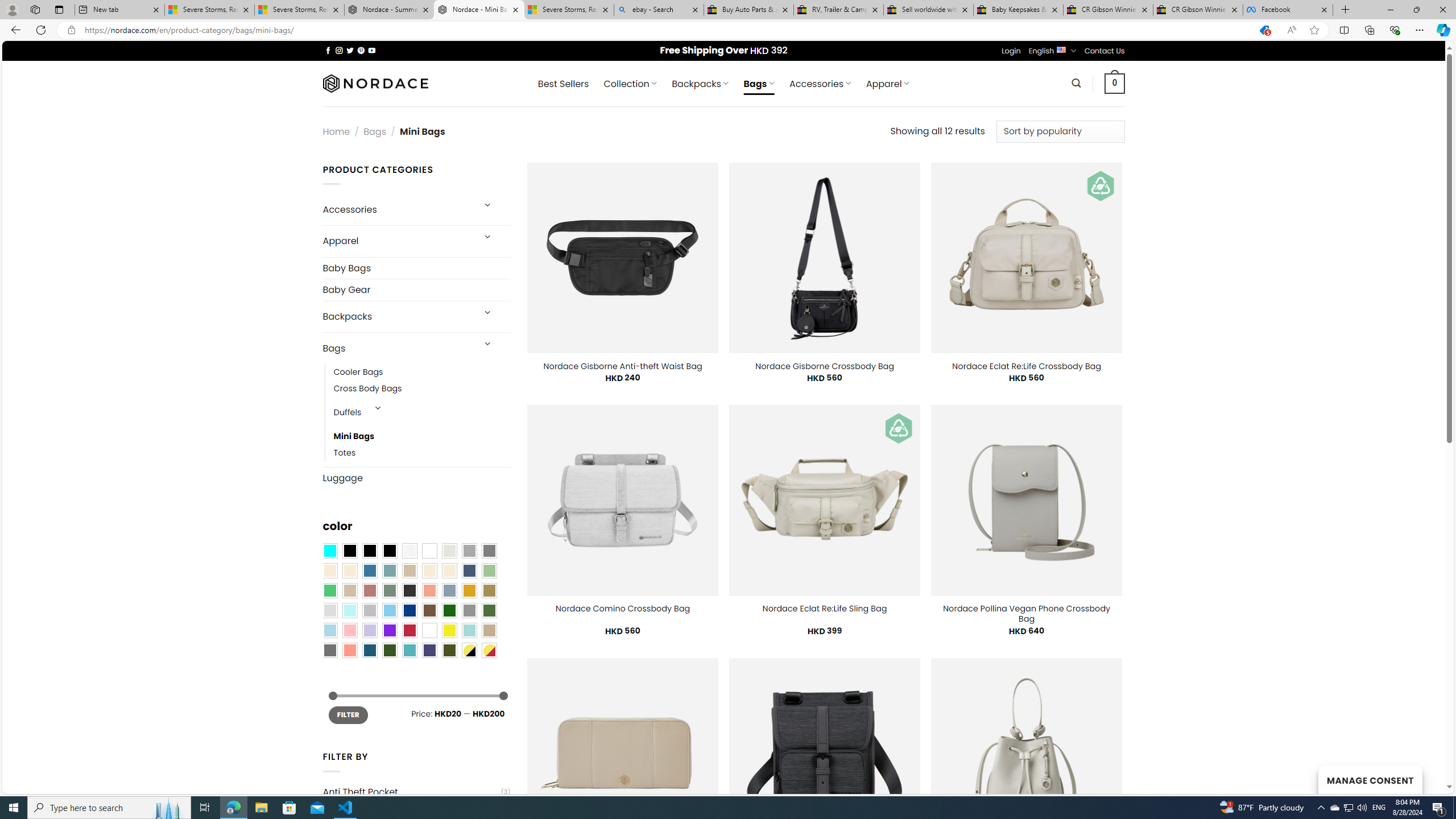 This screenshot has width=1456, height=819. What do you see at coordinates (489, 650) in the screenshot?
I see `'Yellow-Red'` at bounding box center [489, 650].